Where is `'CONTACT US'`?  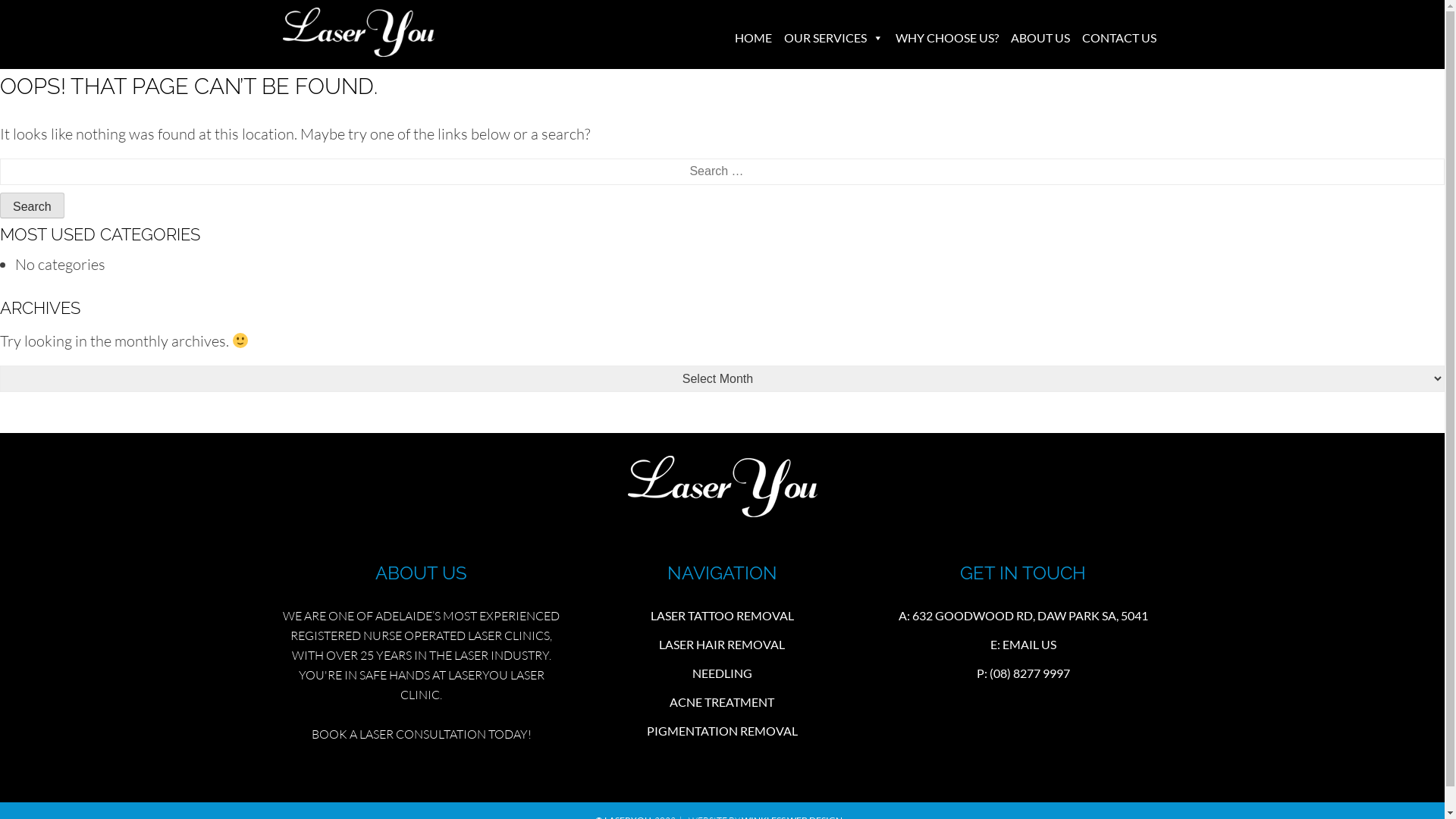 'CONTACT US' is located at coordinates (1118, 37).